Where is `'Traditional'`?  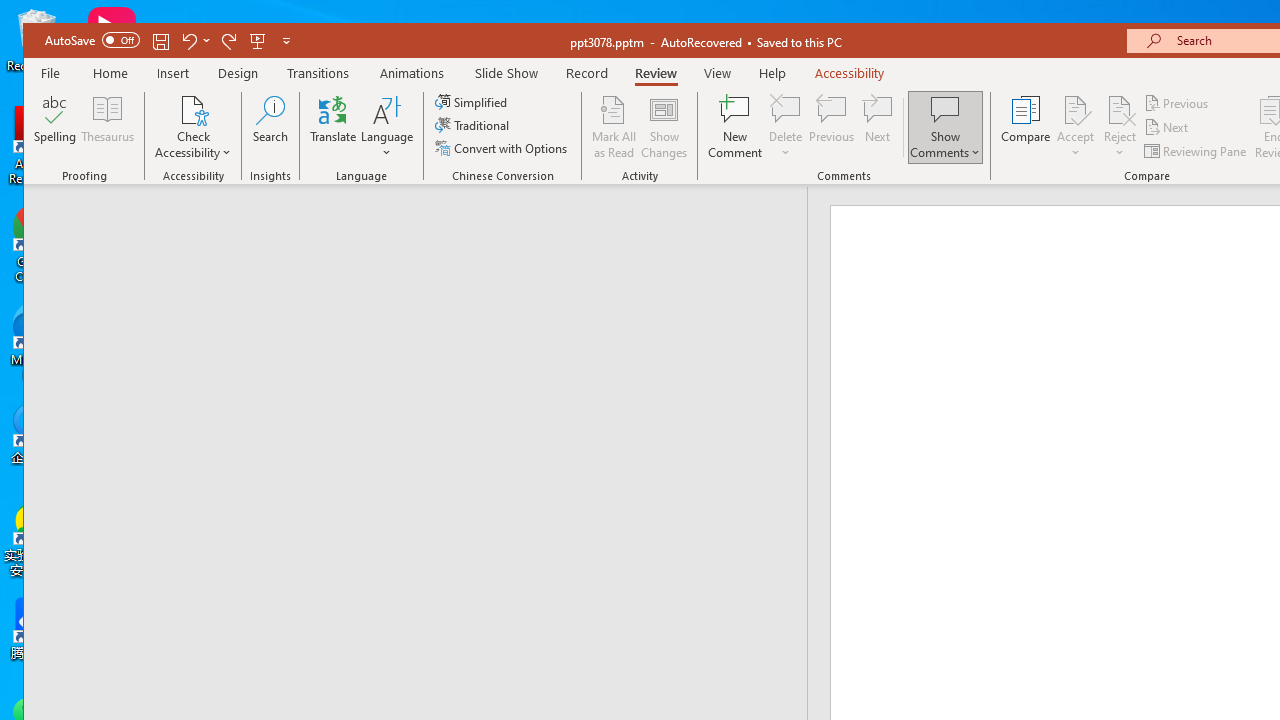 'Traditional' is located at coordinates (473, 125).